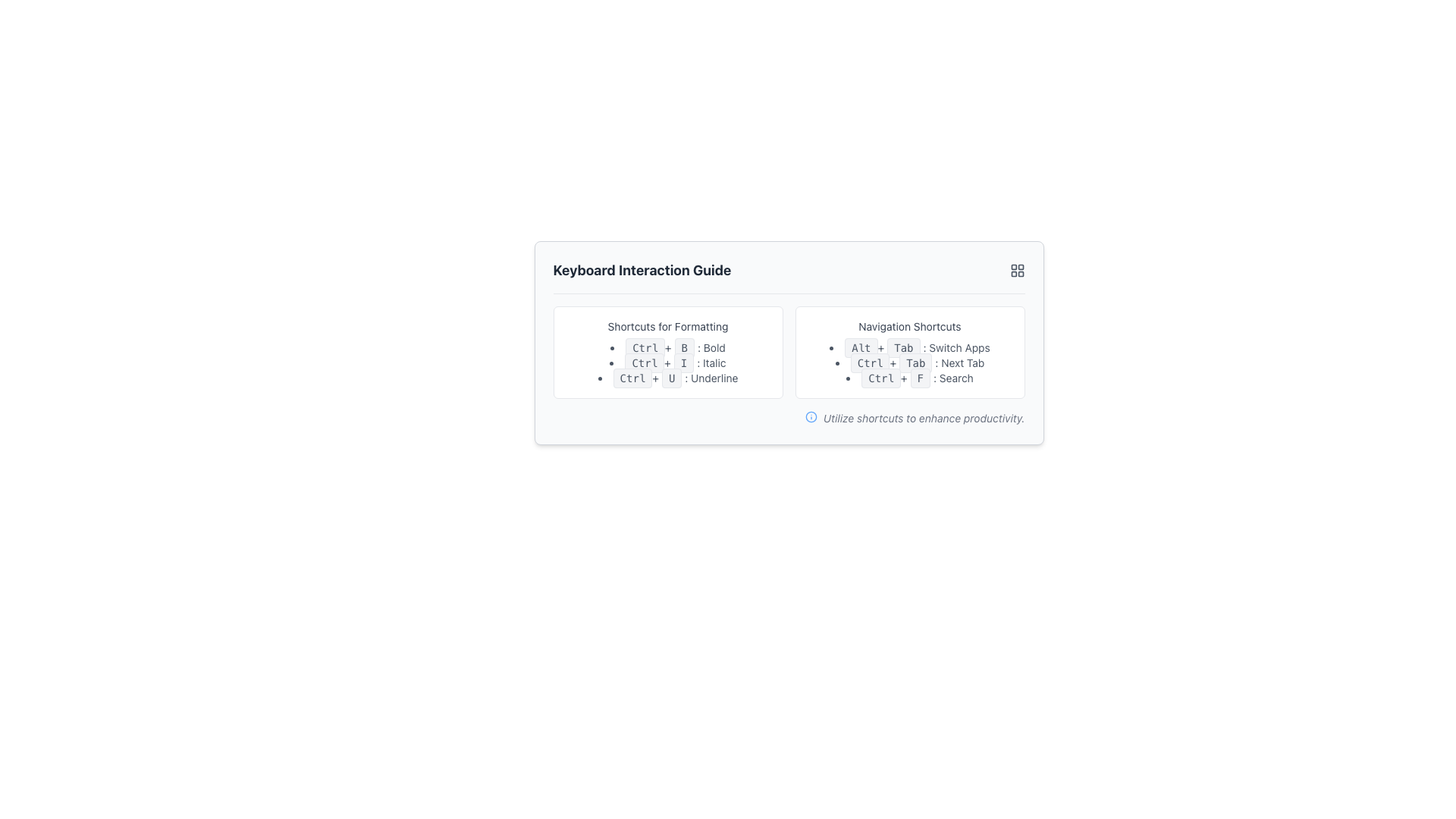  Describe the element at coordinates (910, 348) in the screenshot. I see `the first list item in the 'Navigation Shortcuts' section that explains the keyboard shortcut for switching between applications using 'Alt' and 'Tab'` at that location.